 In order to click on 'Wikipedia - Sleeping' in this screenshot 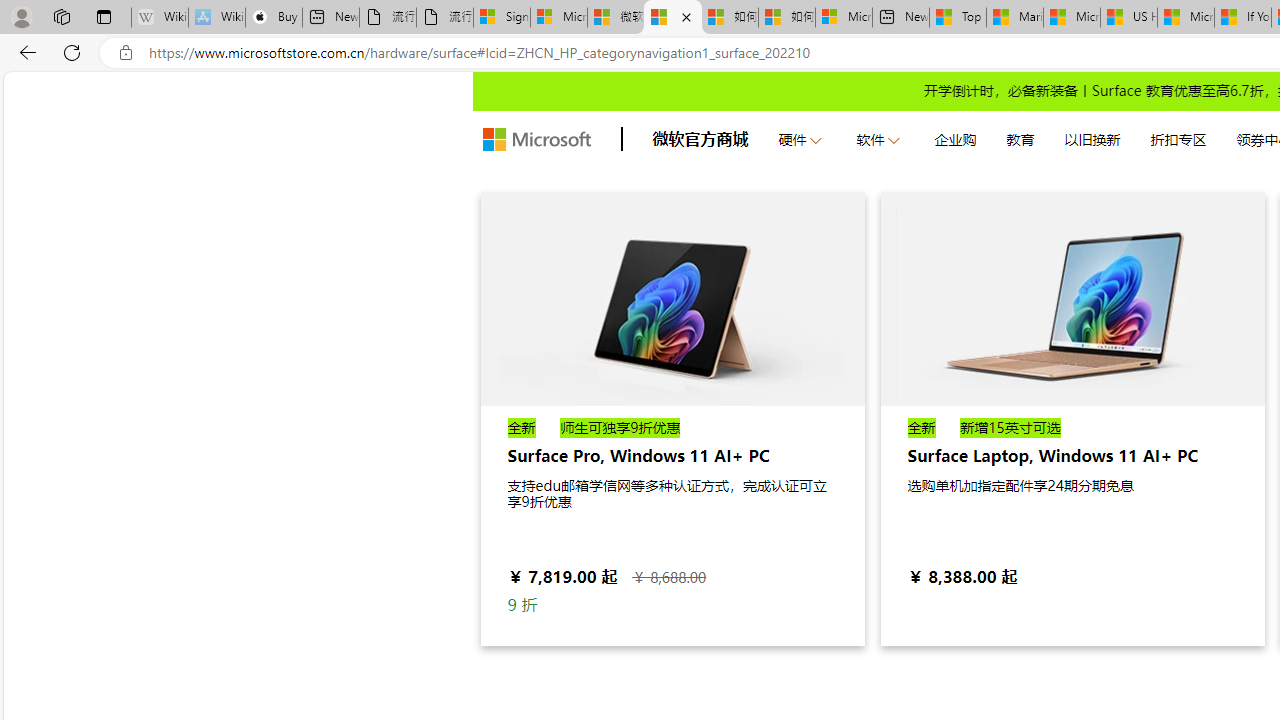, I will do `click(160, 17)`.